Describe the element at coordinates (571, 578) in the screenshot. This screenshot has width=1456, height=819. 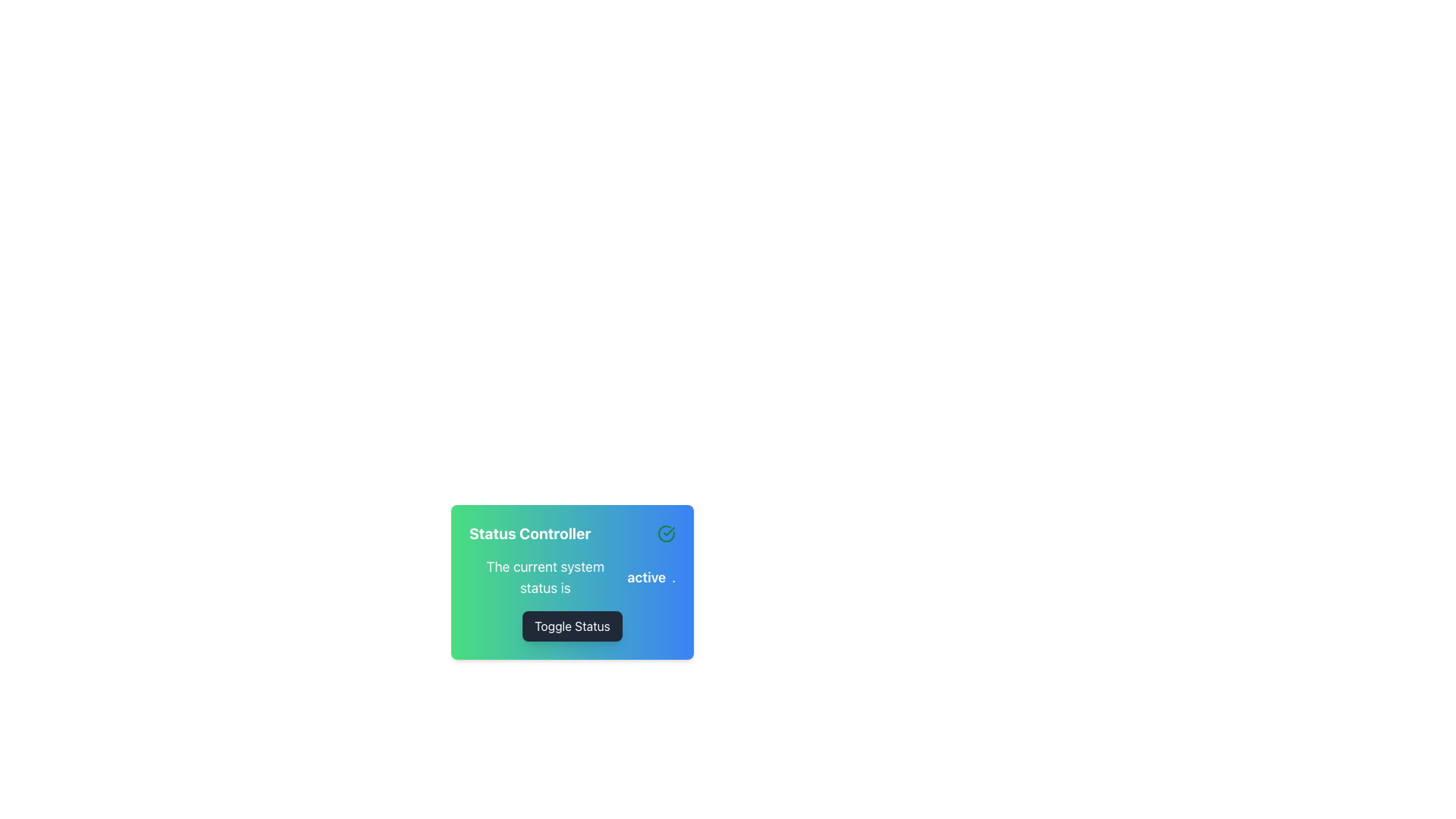
I see `the static informational text that displays the system's current status, located below the 'Status Controller' header and above the 'Toggle Status' button` at that location.